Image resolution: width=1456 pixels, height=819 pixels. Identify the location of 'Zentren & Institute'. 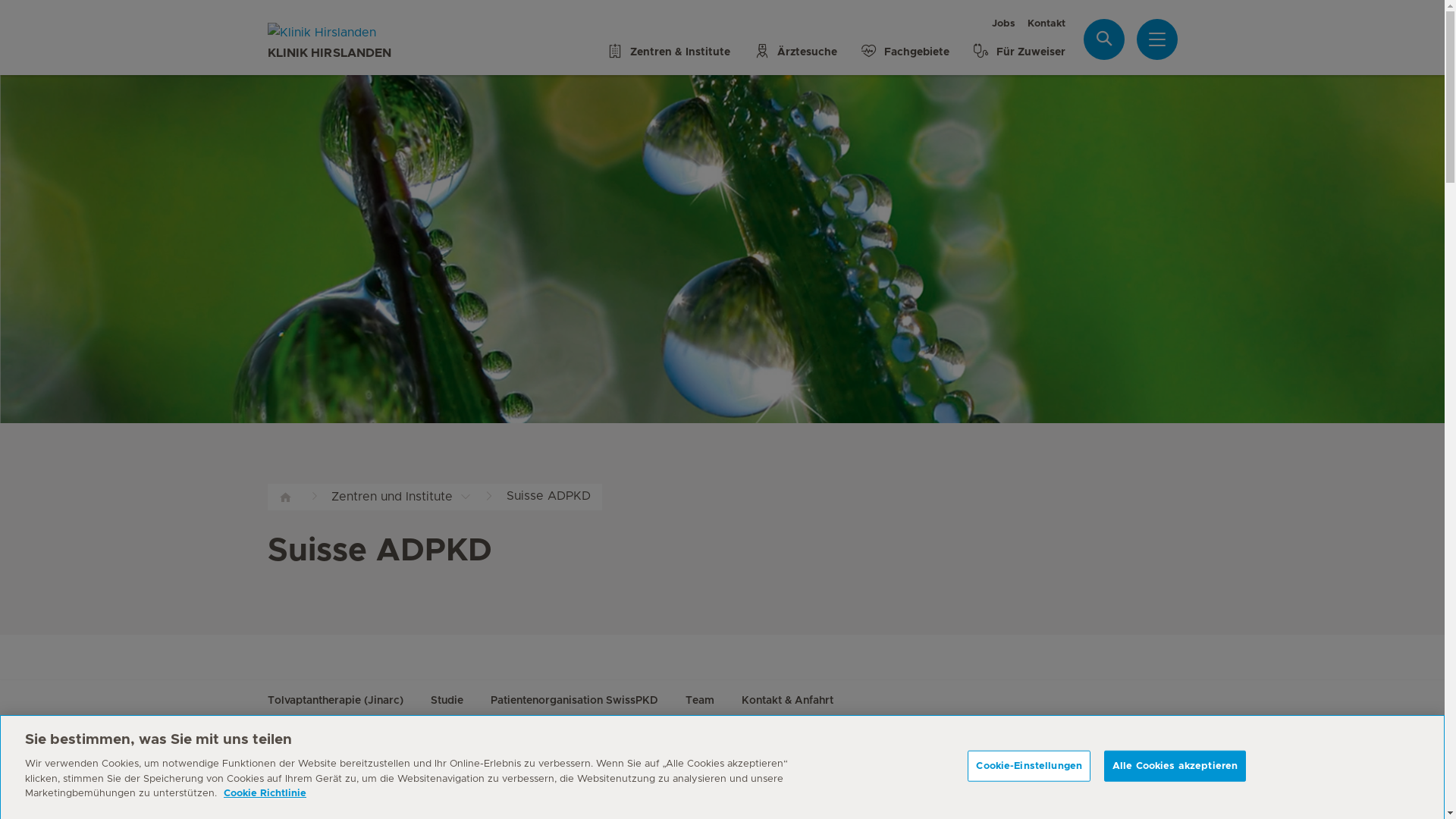
(667, 45).